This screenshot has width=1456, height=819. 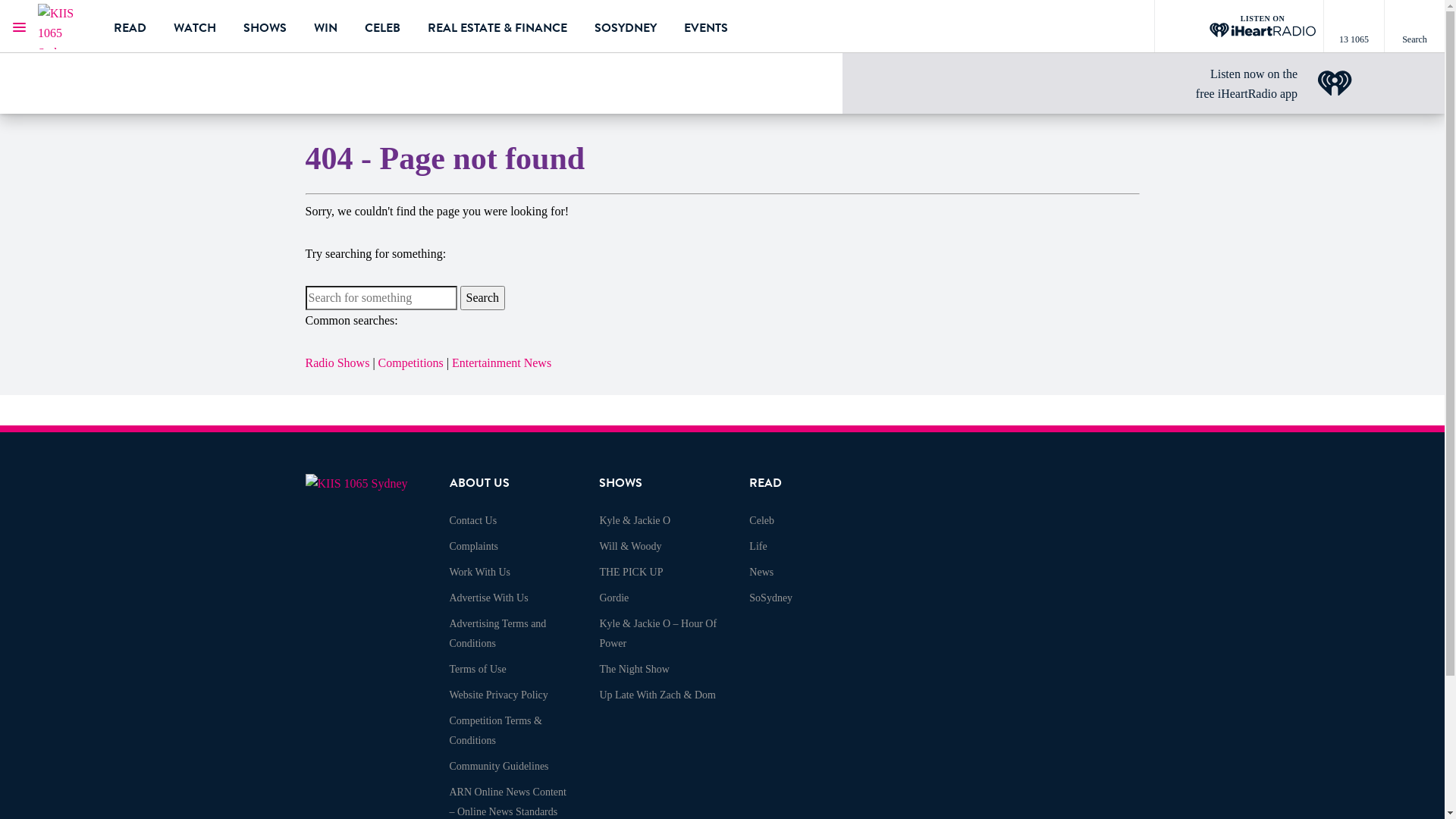 What do you see at coordinates (382, 26) in the screenshot?
I see `'CELEB'` at bounding box center [382, 26].